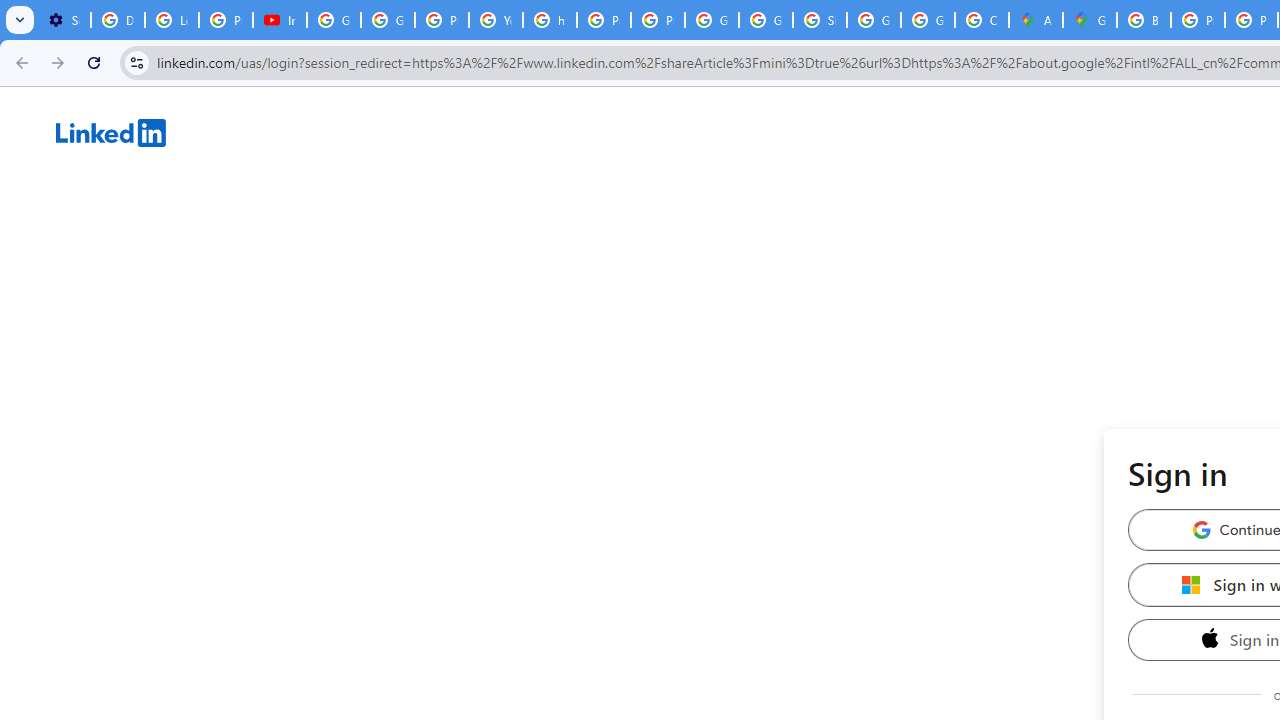  What do you see at coordinates (603, 20) in the screenshot?
I see `'Privacy Help Center - Policies Help'` at bounding box center [603, 20].